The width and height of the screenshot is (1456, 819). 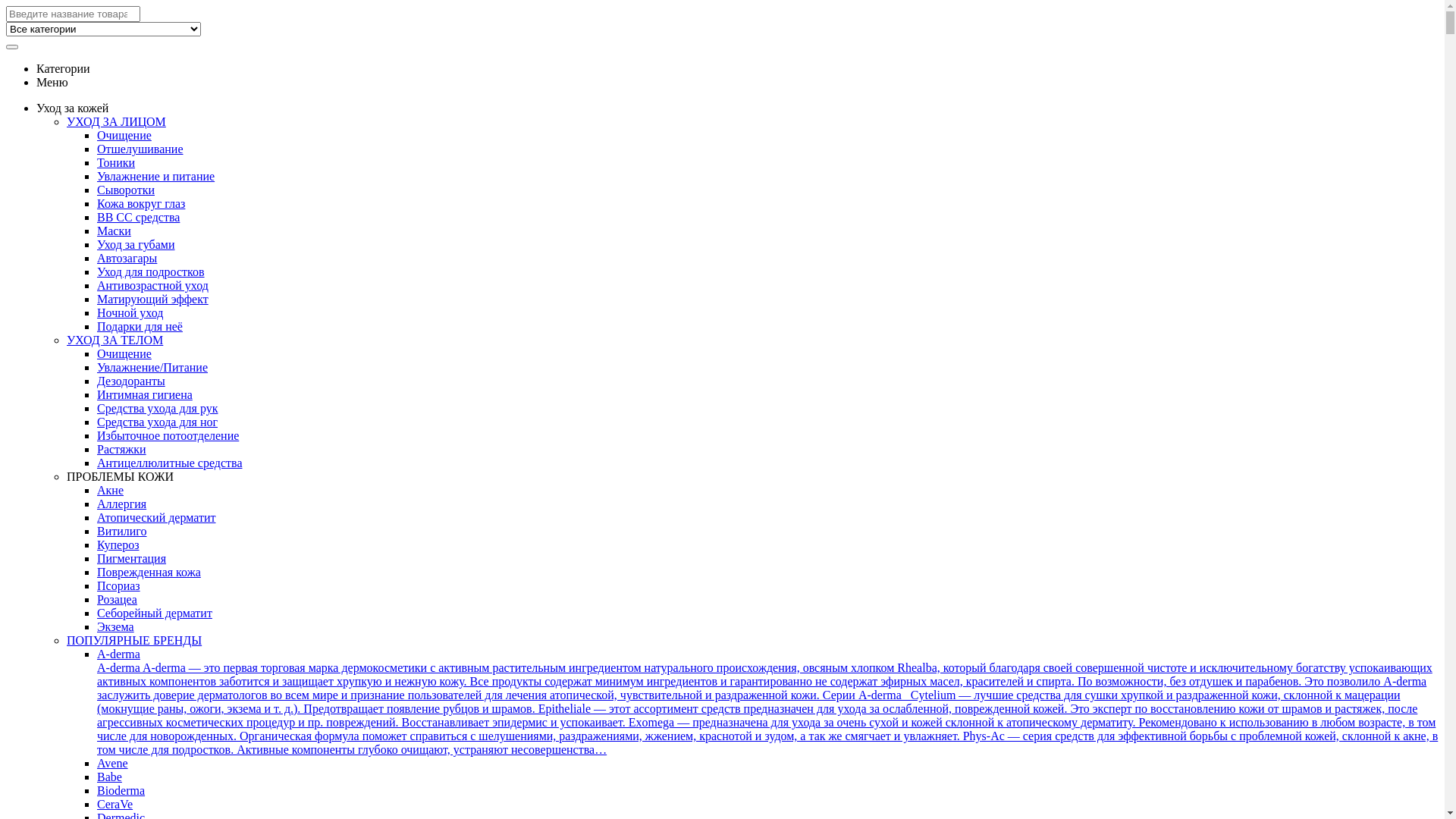 What do you see at coordinates (114, 803) in the screenshot?
I see `'CeraVe'` at bounding box center [114, 803].